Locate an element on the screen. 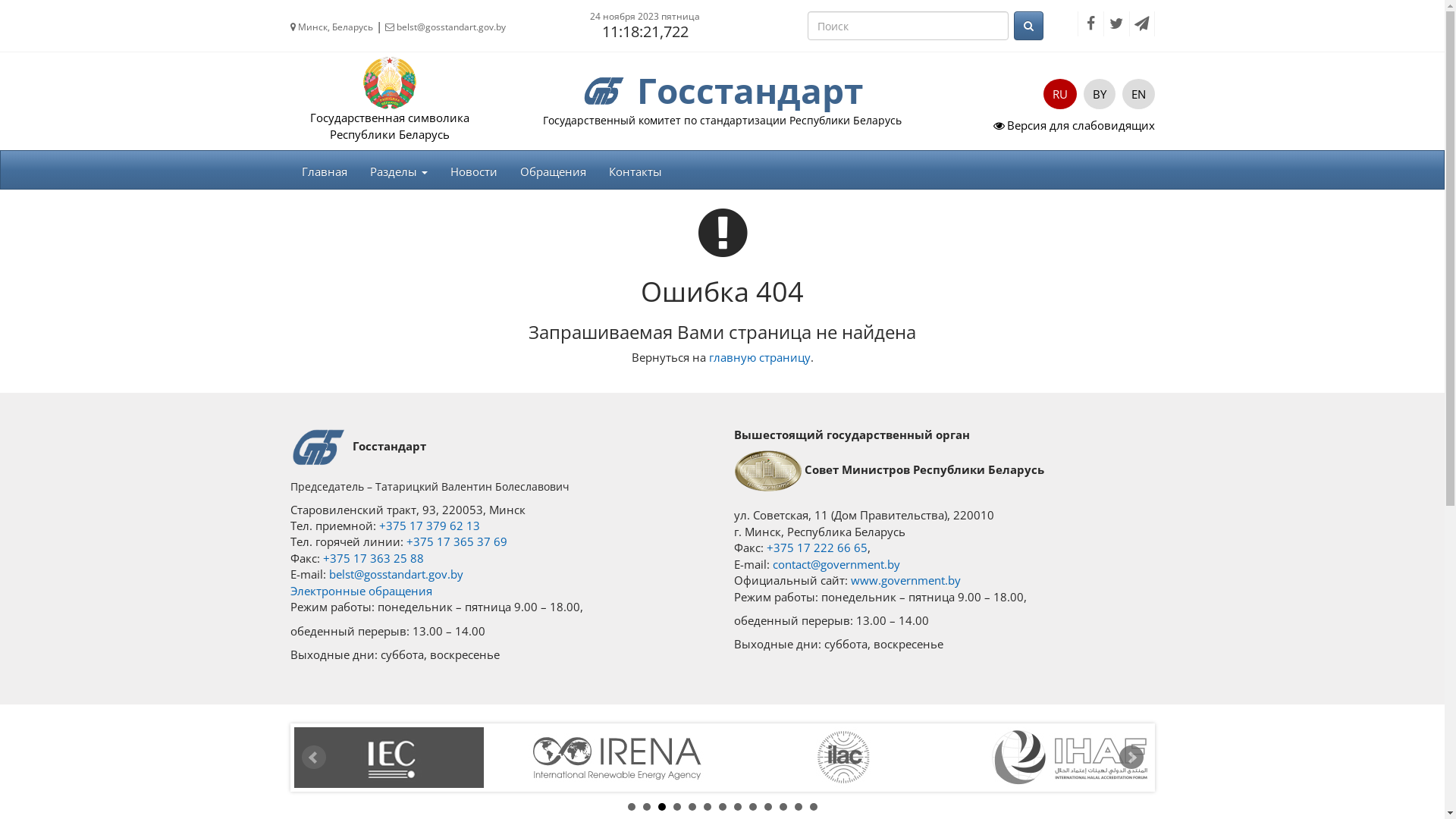 This screenshot has height=819, width=1456. '12' is located at coordinates (797, 806).